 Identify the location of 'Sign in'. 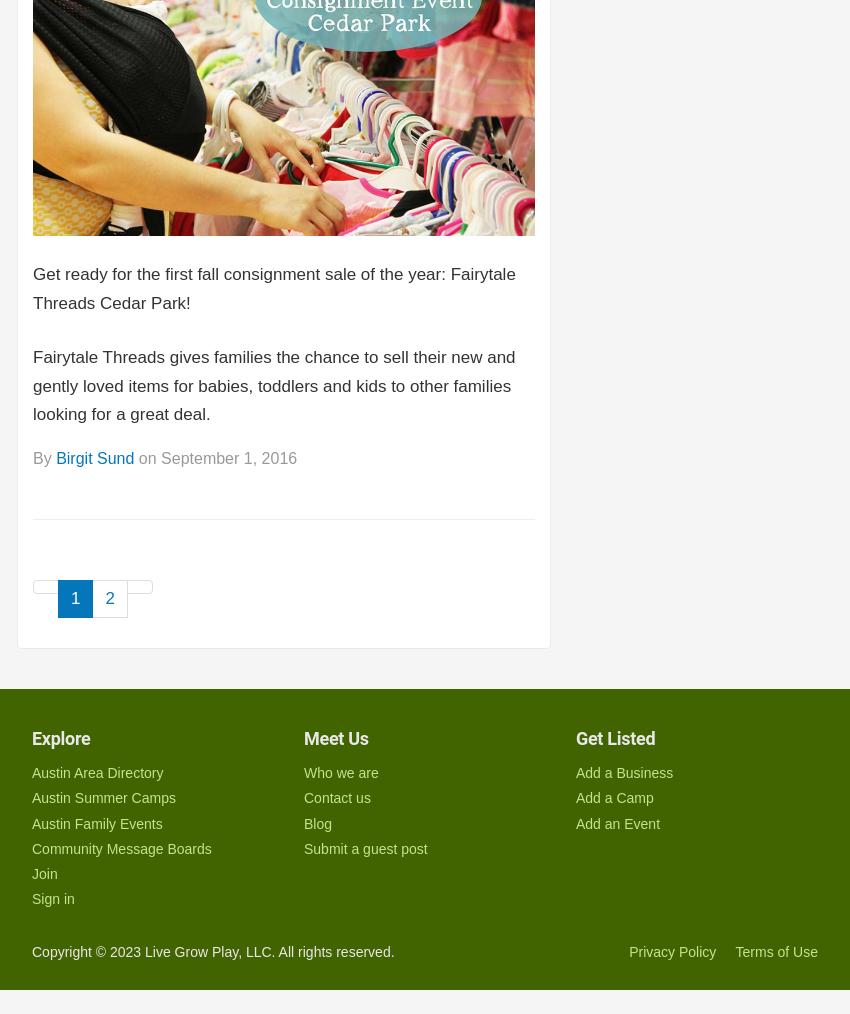
(30, 898).